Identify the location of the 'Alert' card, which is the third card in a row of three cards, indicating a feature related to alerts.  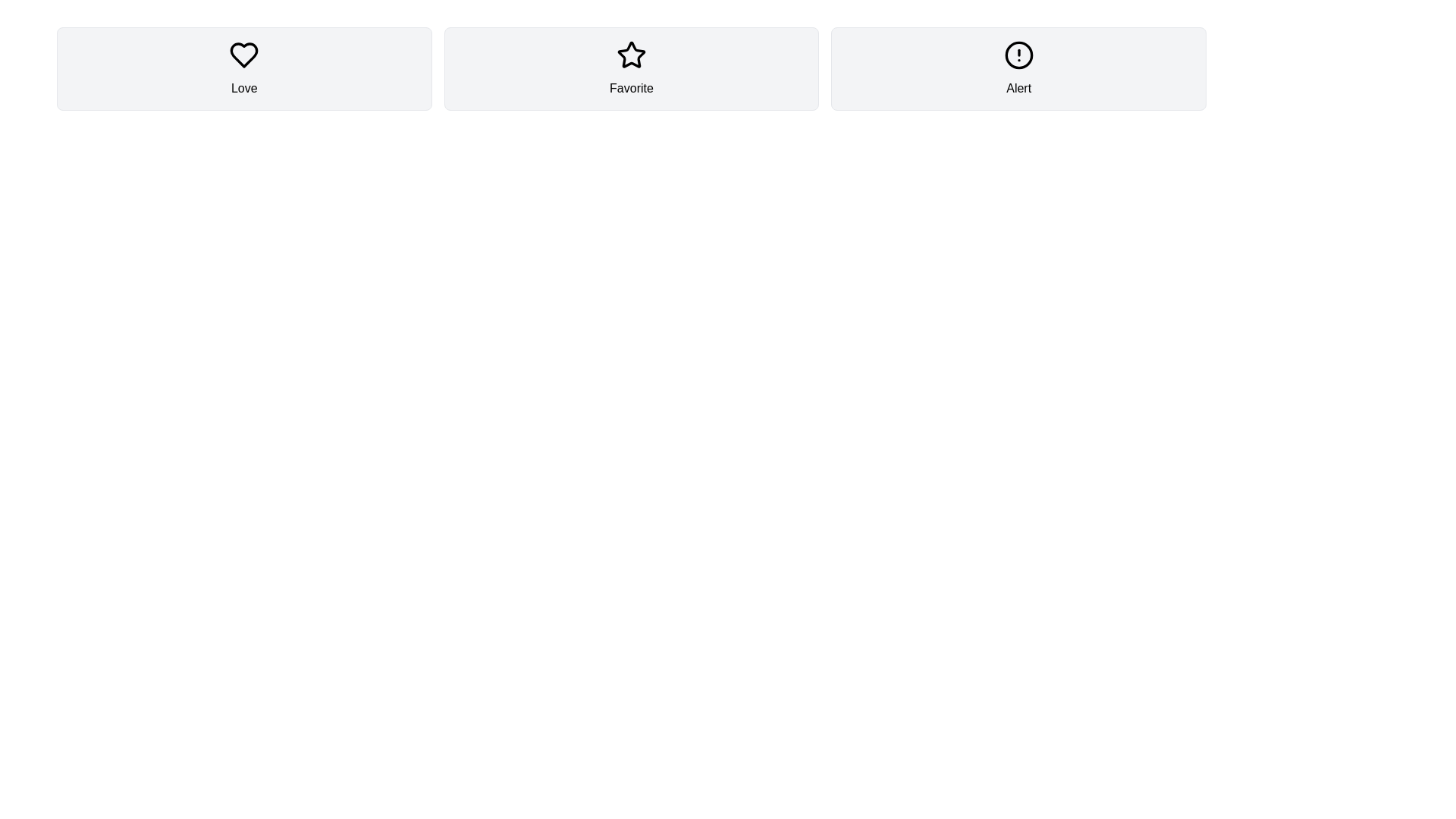
(1018, 69).